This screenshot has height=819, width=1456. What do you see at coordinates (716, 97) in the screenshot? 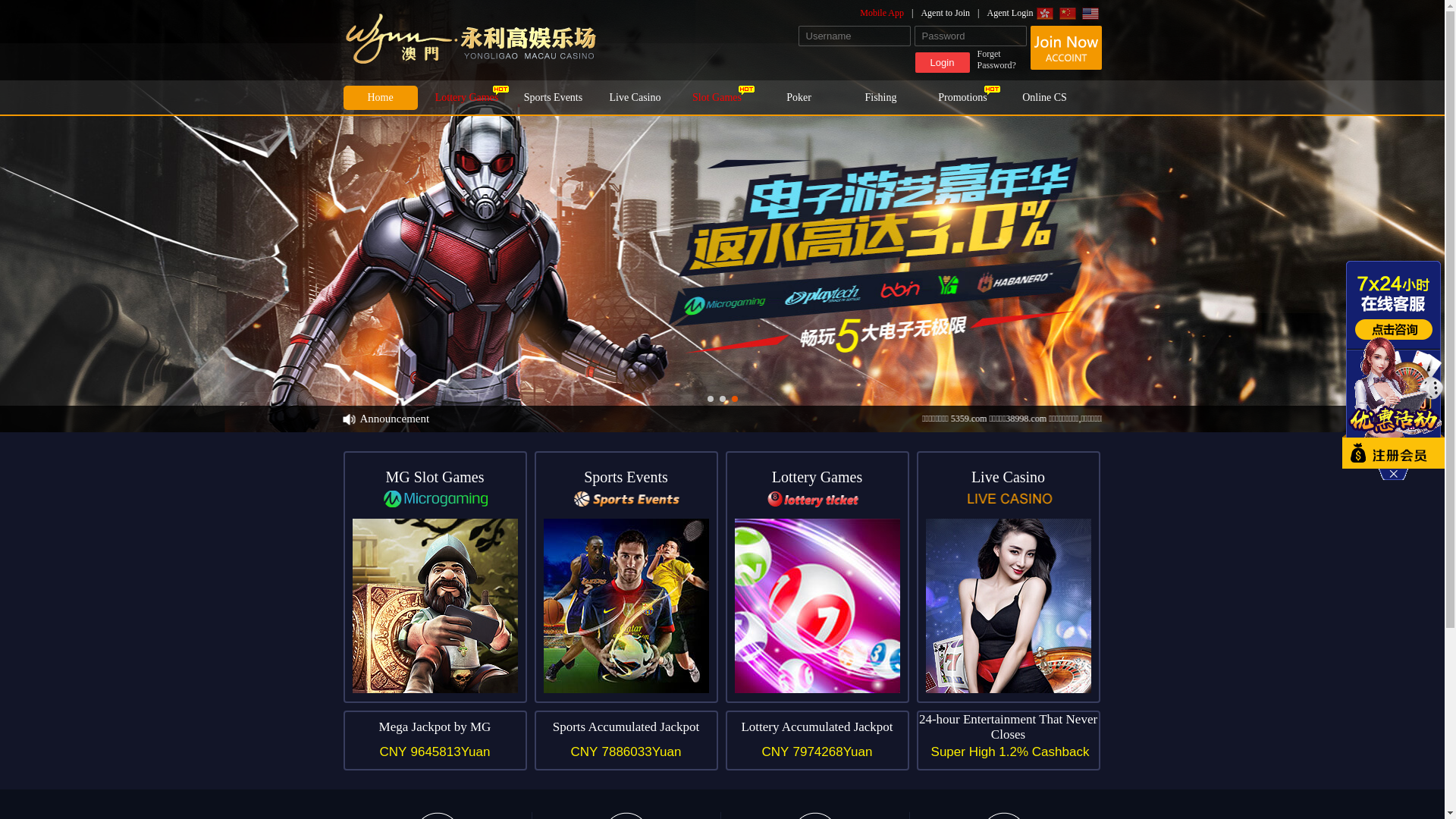
I see `'Slot Games'` at bounding box center [716, 97].